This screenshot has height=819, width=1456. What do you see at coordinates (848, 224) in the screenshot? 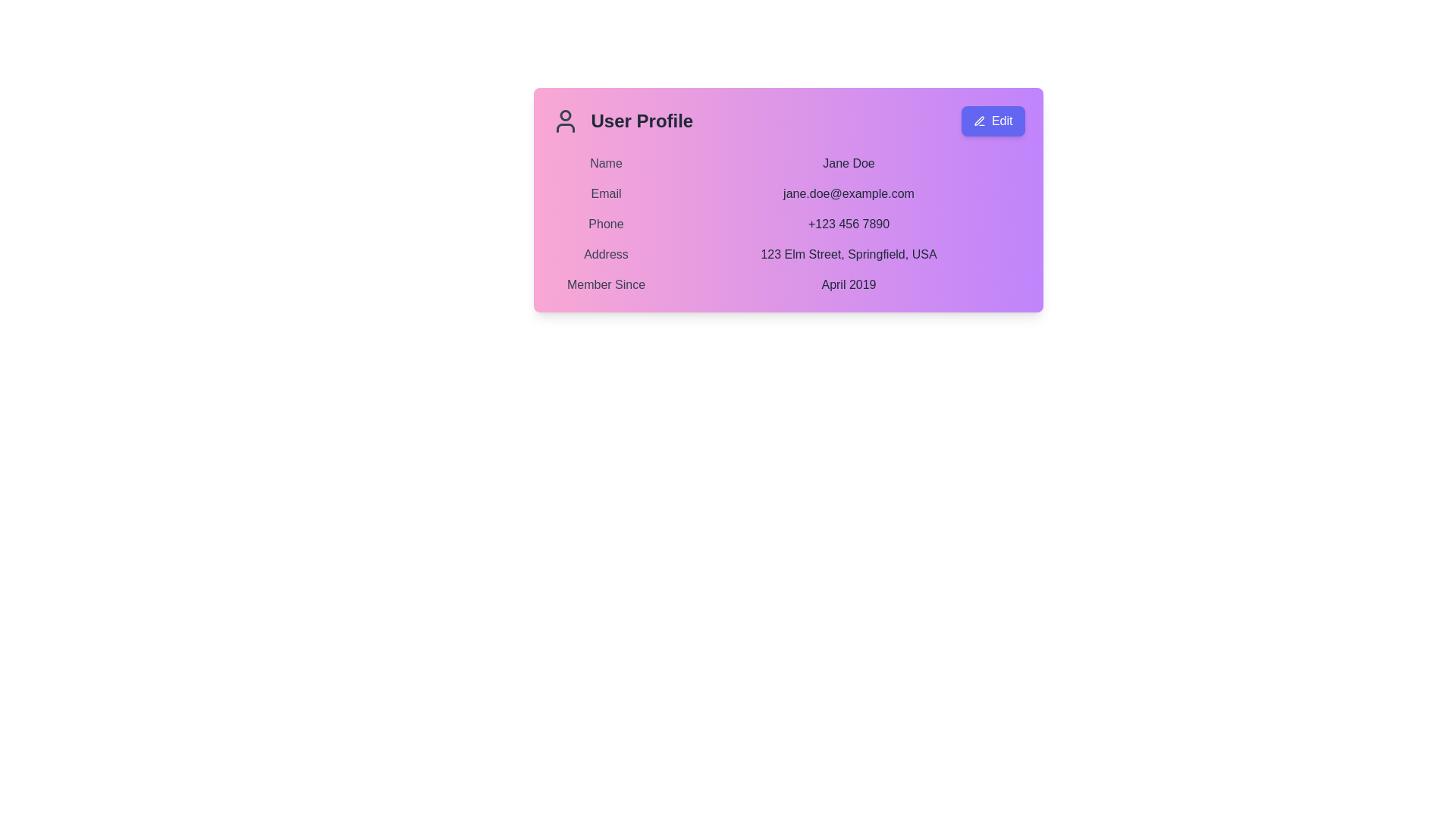
I see `the static text displaying the phone number '+123 456 7890', which is styled in black font on a gradient purple-to-pink background and positioned next to the label 'Phone'` at bounding box center [848, 224].